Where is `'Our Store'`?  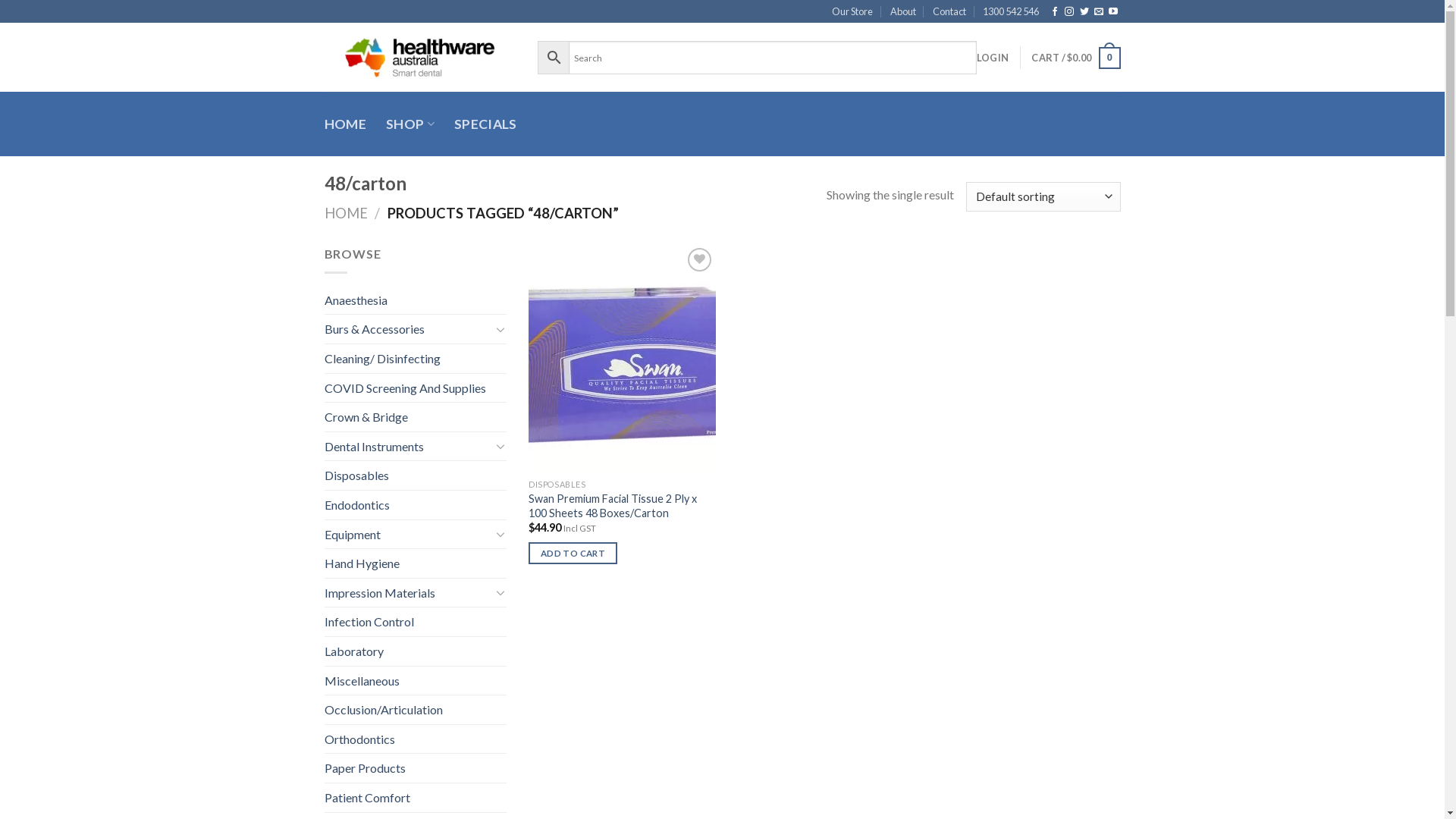
'Our Store' is located at coordinates (852, 11).